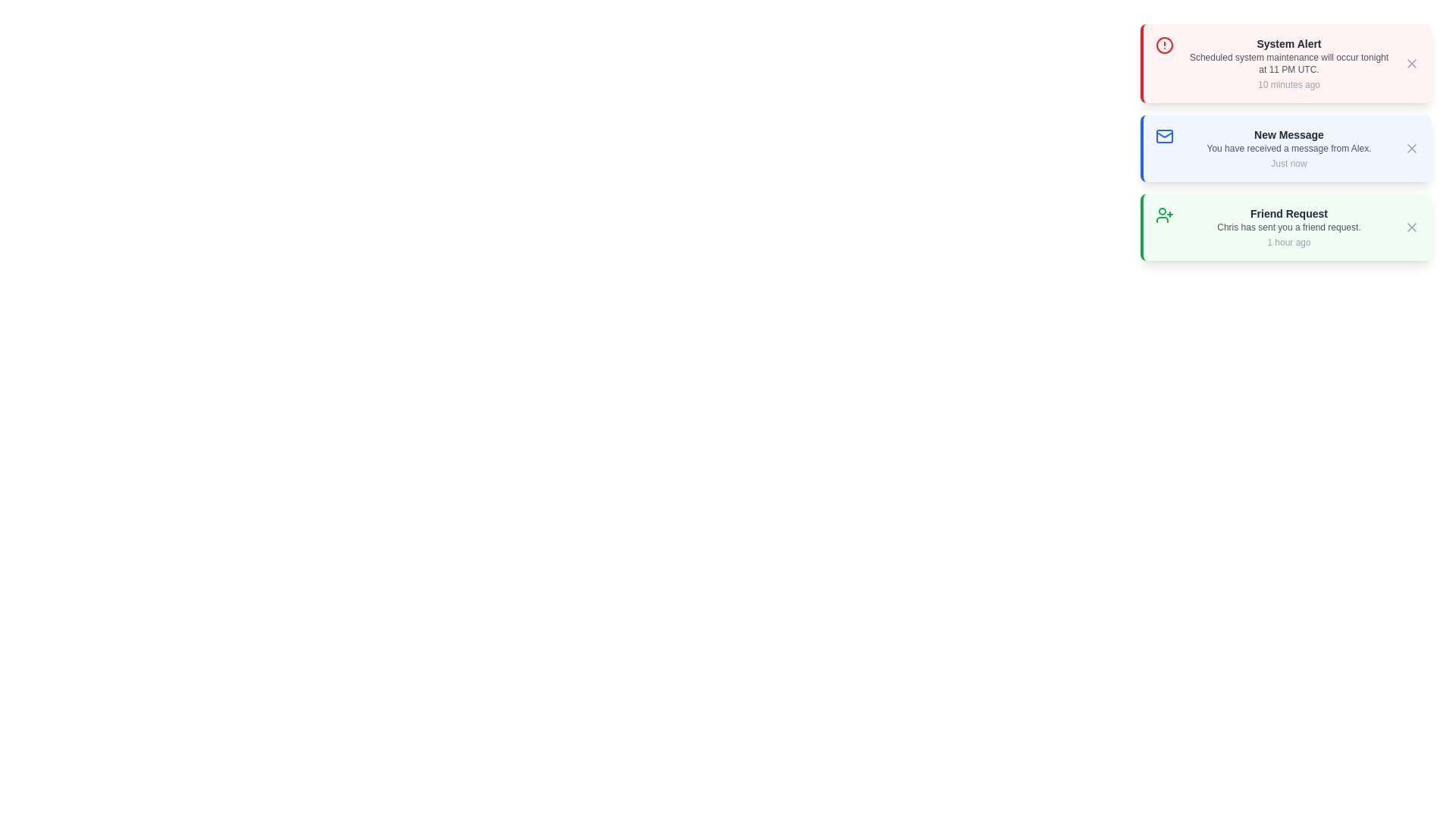 Image resolution: width=1456 pixels, height=819 pixels. What do you see at coordinates (1411, 149) in the screenshot?
I see `the dismiss button located at the far right of the 'New Message' notification card` at bounding box center [1411, 149].